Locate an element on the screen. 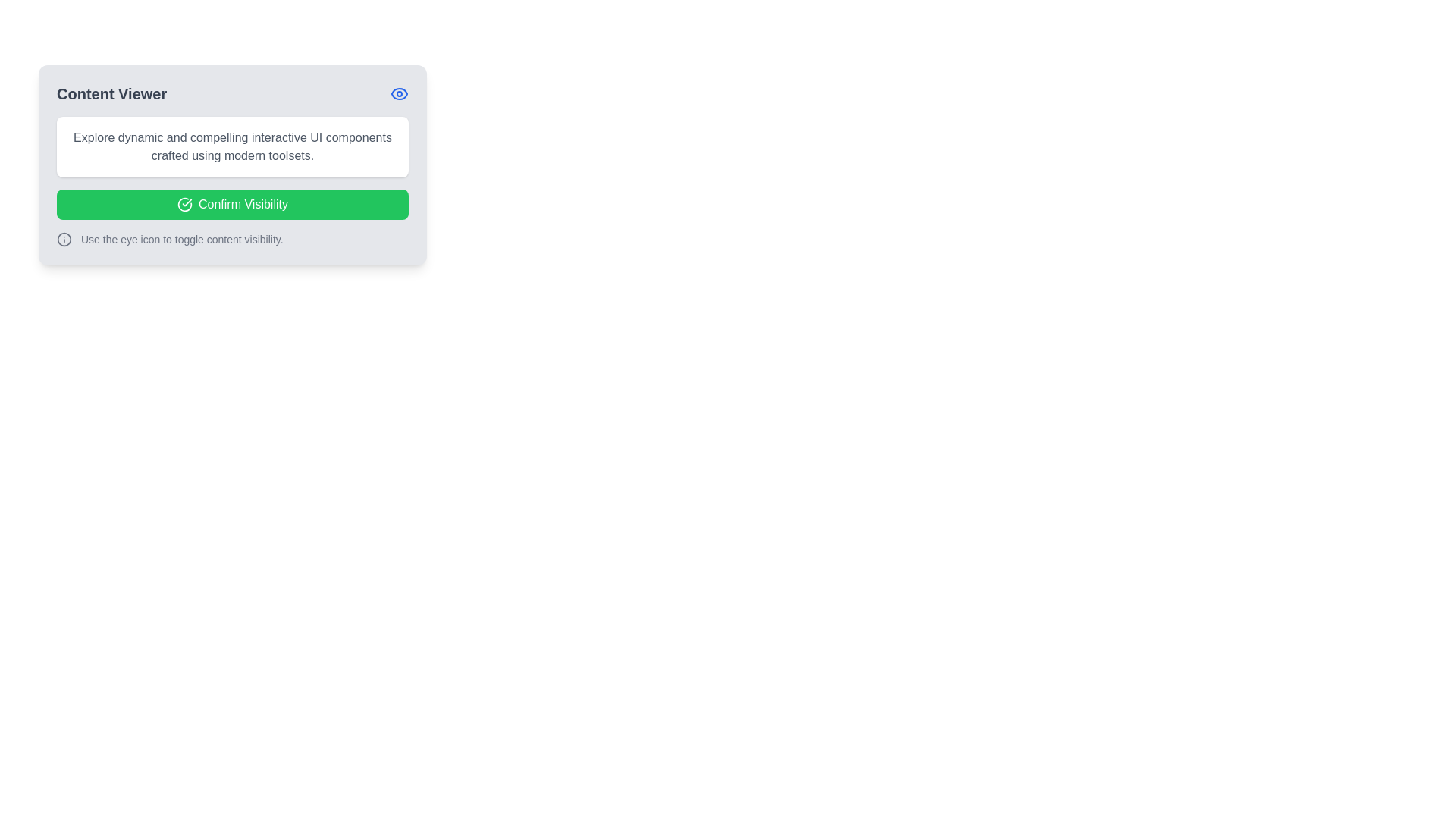  the confirmation button containing the label text, which is located at the bottom-center of the gray dialog box labeled 'Content Viewer' is located at coordinates (243, 205).